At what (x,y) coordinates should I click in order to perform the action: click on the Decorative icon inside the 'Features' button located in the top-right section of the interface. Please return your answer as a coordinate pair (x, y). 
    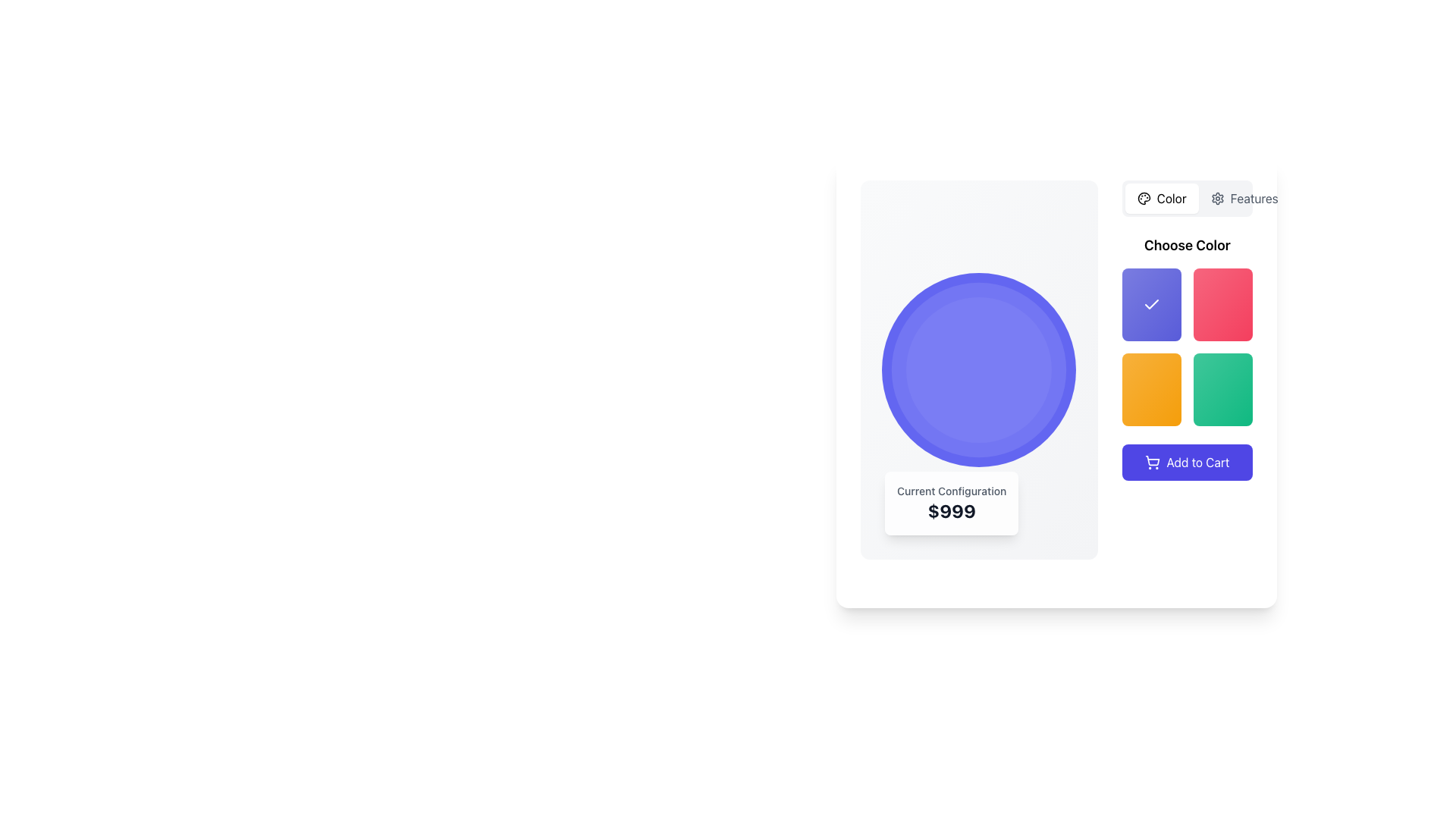
    Looking at the image, I should click on (1217, 198).